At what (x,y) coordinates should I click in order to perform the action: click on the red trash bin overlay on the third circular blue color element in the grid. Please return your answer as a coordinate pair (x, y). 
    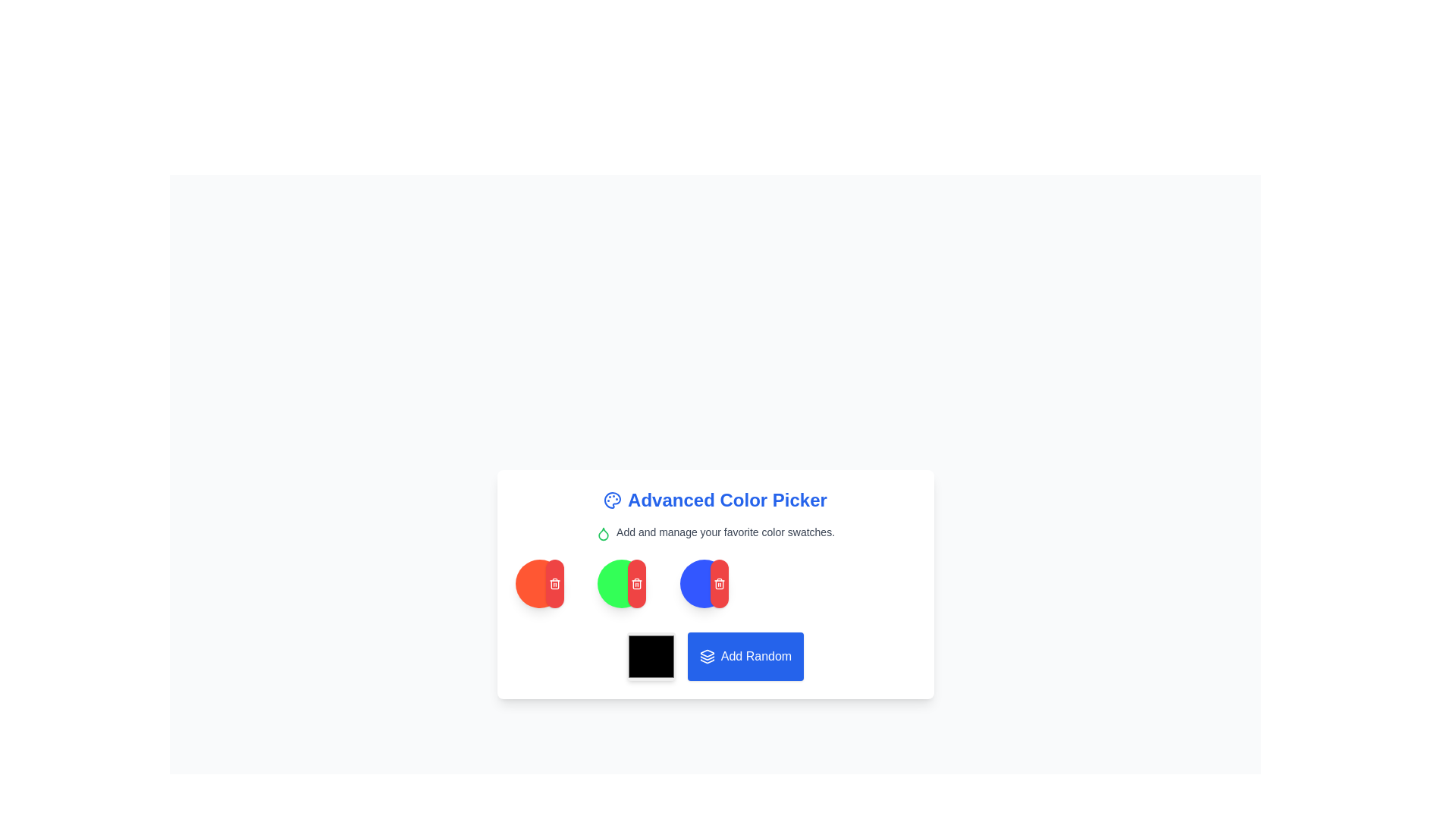
    Looking at the image, I should click on (704, 582).